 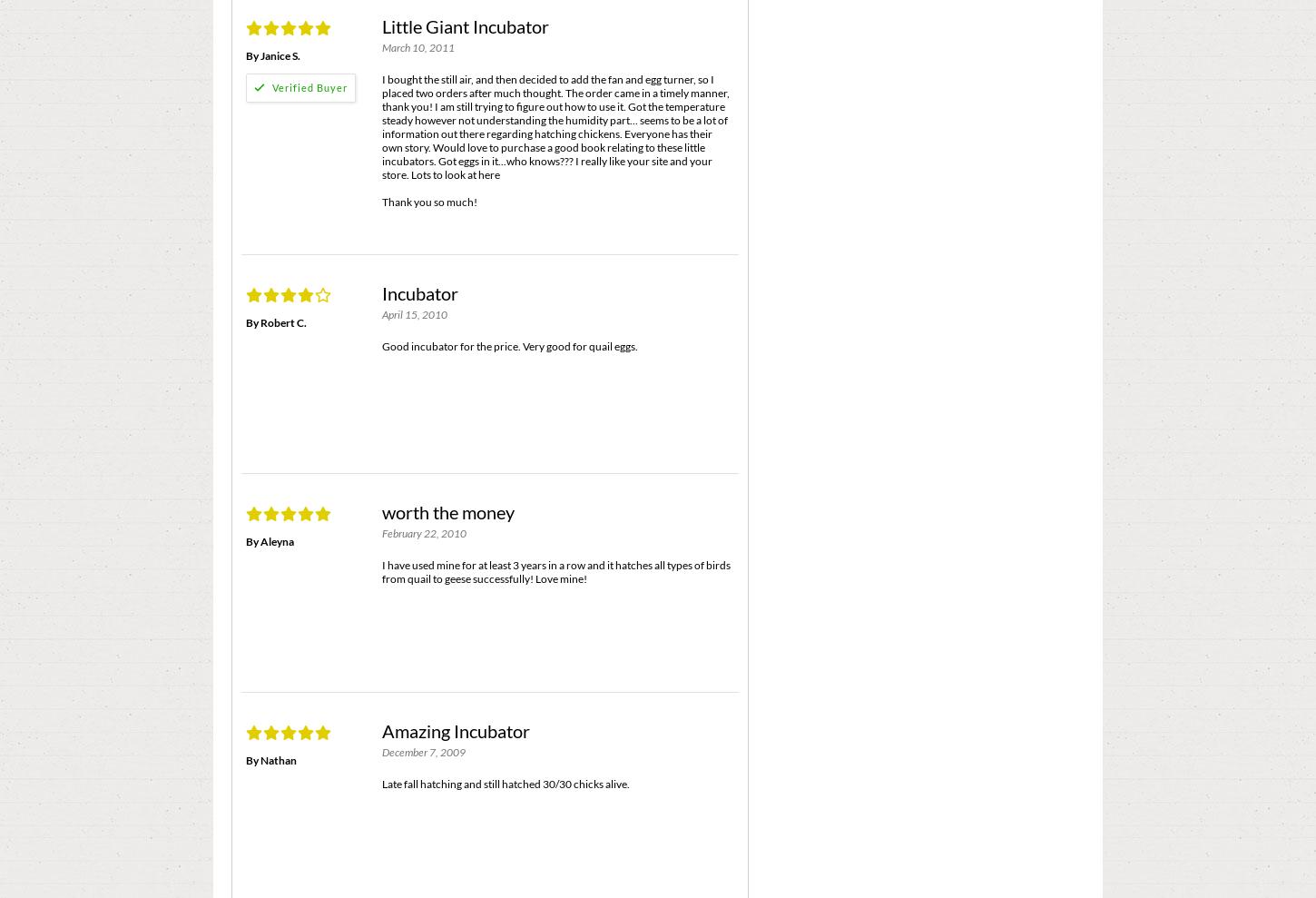 I want to click on 'By Robert C.', so click(x=276, y=321).